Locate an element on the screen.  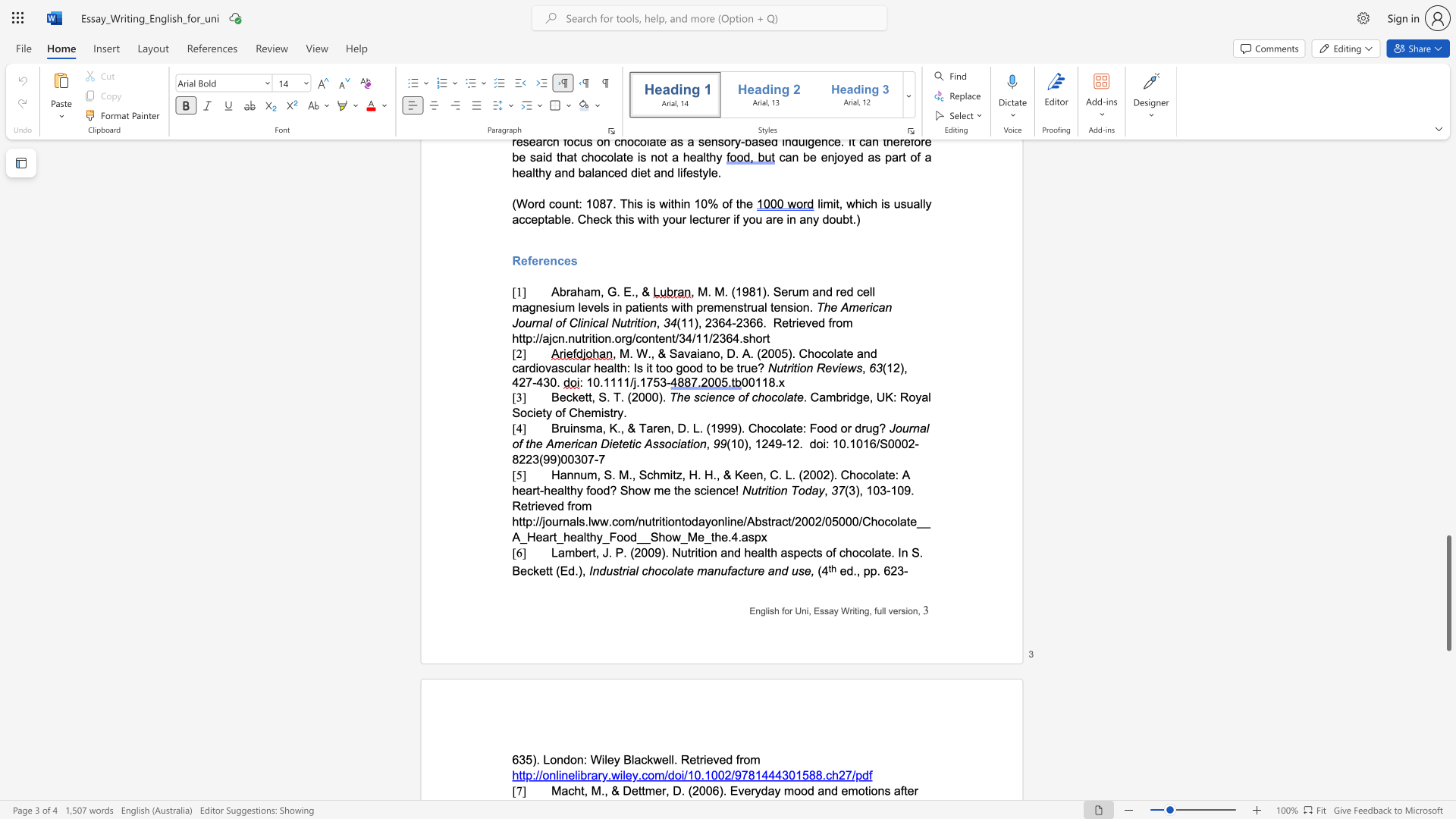
the vertical scrollbar to raise the page content is located at coordinates (1448, 303).